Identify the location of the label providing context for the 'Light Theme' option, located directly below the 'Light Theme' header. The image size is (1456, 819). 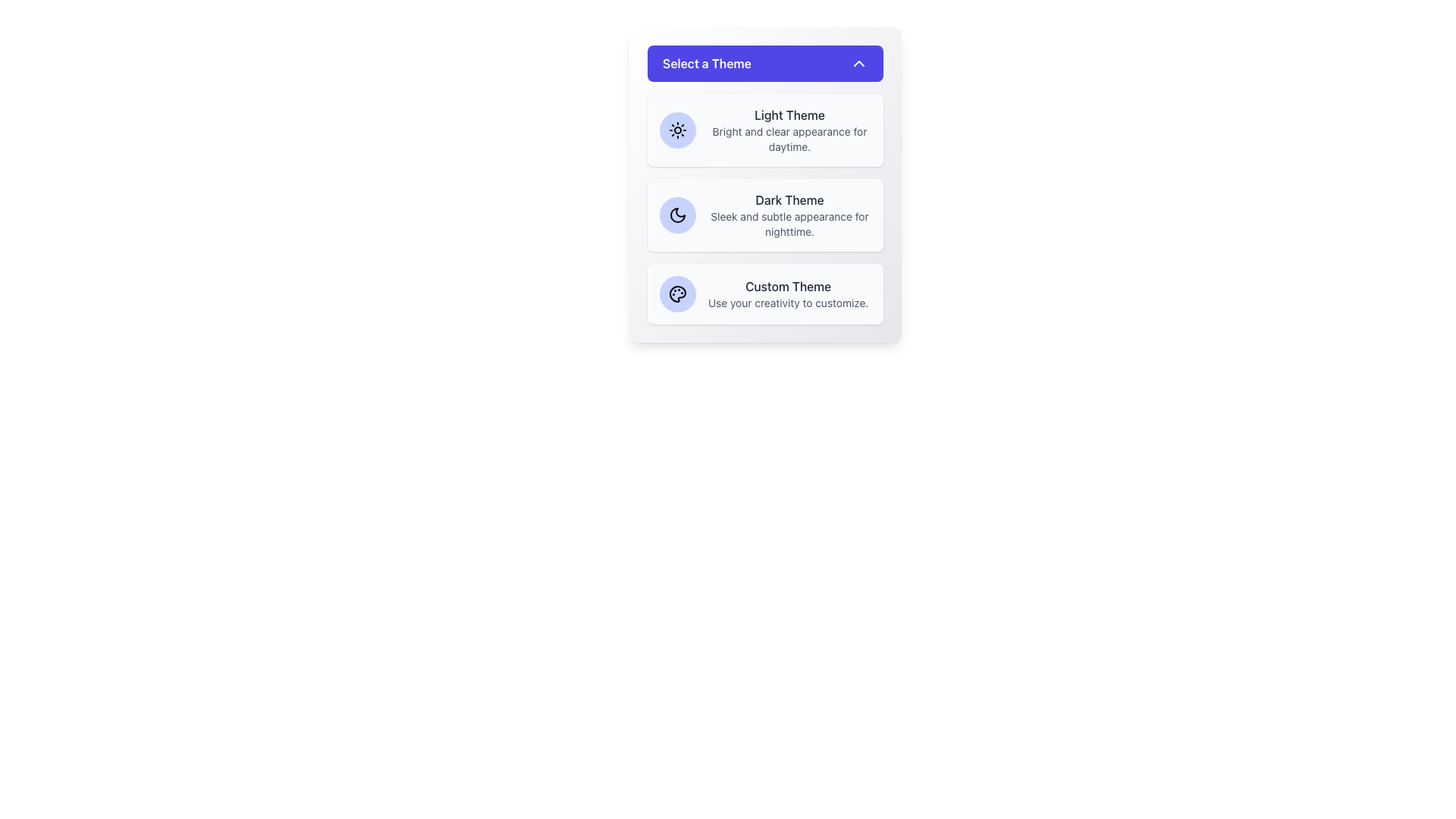
(789, 140).